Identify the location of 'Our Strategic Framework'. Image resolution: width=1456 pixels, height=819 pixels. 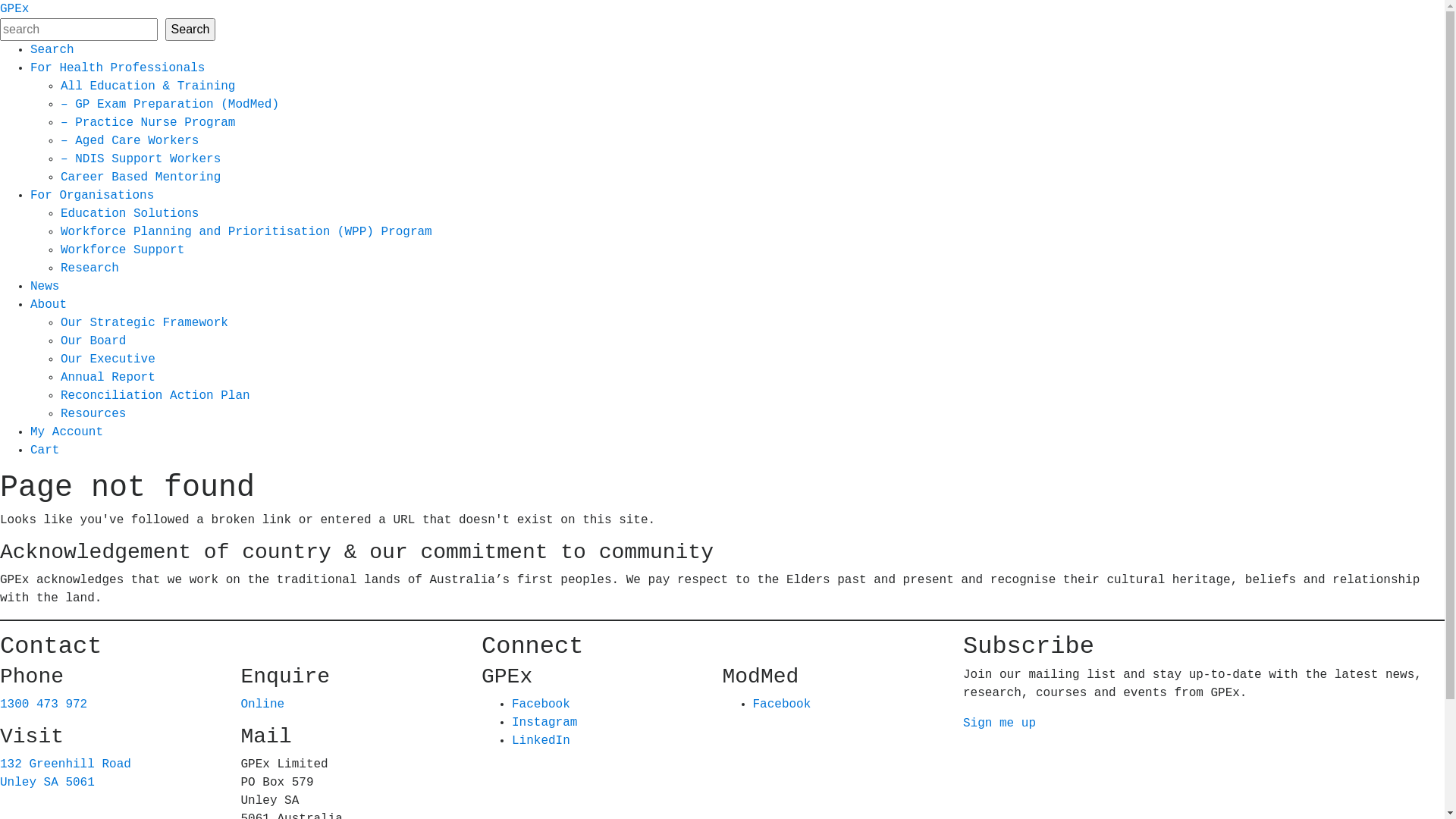
(61, 322).